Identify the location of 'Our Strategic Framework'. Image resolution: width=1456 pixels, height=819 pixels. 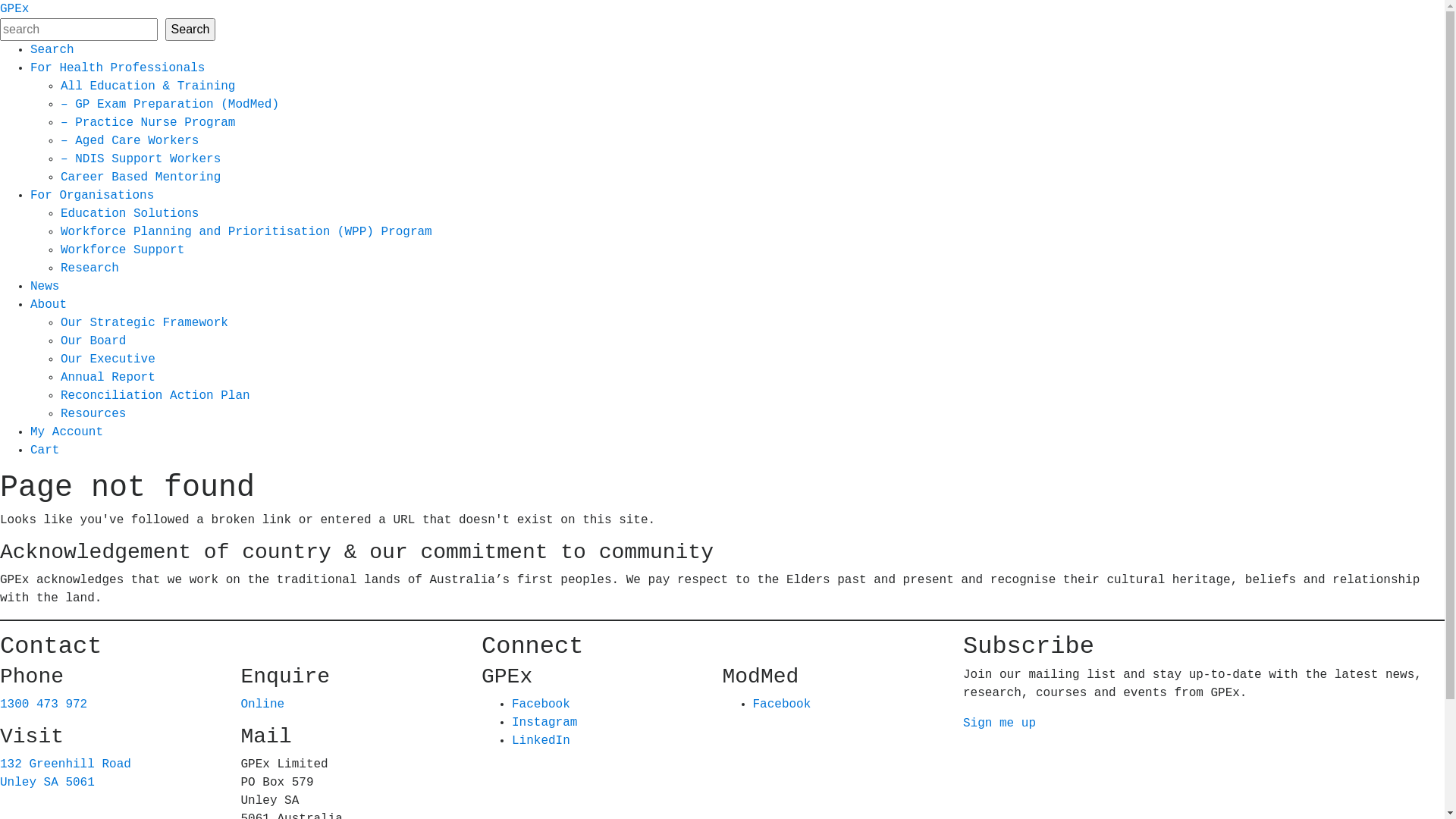
(61, 322).